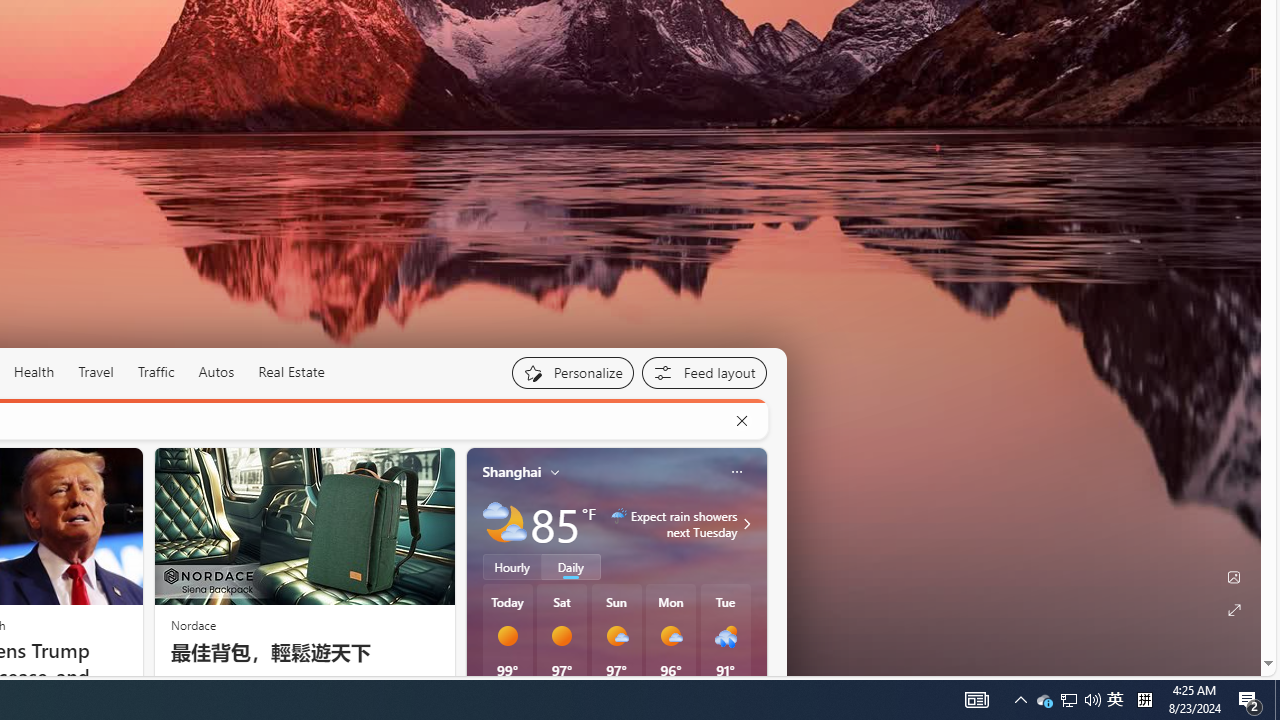 This screenshot has width=1280, height=720. What do you see at coordinates (560, 636) in the screenshot?
I see `'Sunny'` at bounding box center [560, 636].